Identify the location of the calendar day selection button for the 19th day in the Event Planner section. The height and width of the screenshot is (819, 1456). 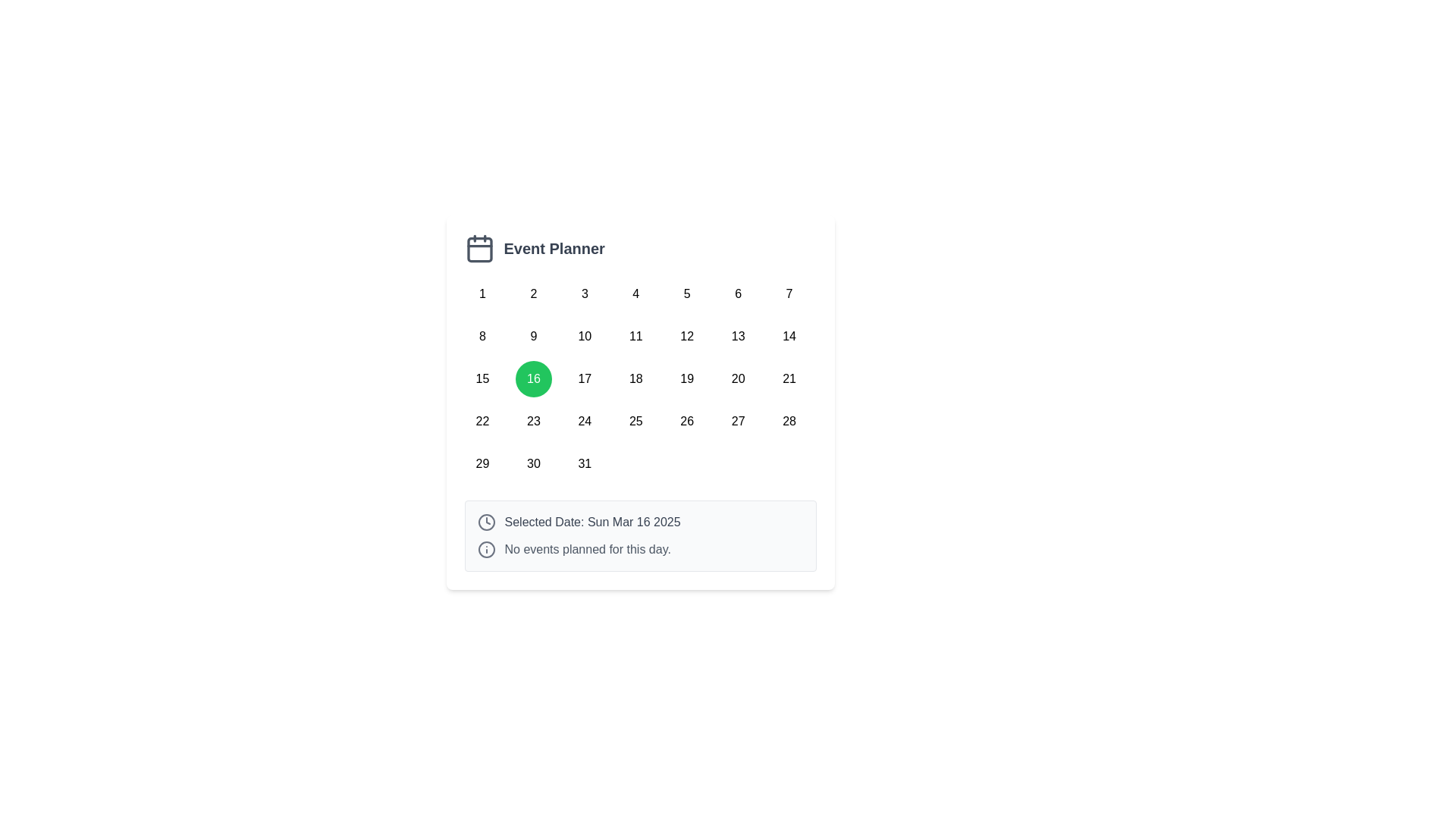
(686, 378).